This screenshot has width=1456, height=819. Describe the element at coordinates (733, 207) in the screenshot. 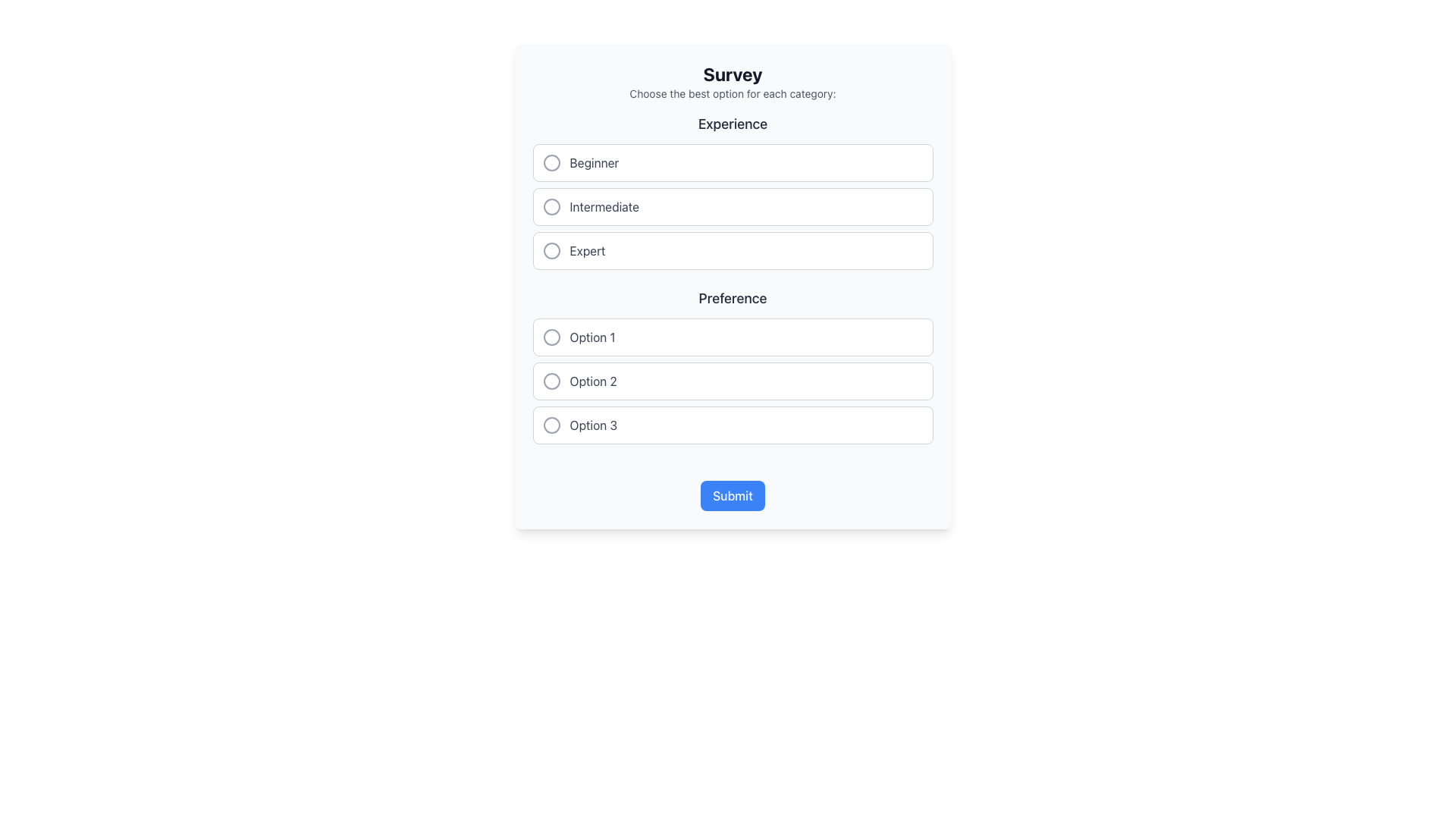

I see `the 'Intermediate' radio button option in the Experience group` at that location.